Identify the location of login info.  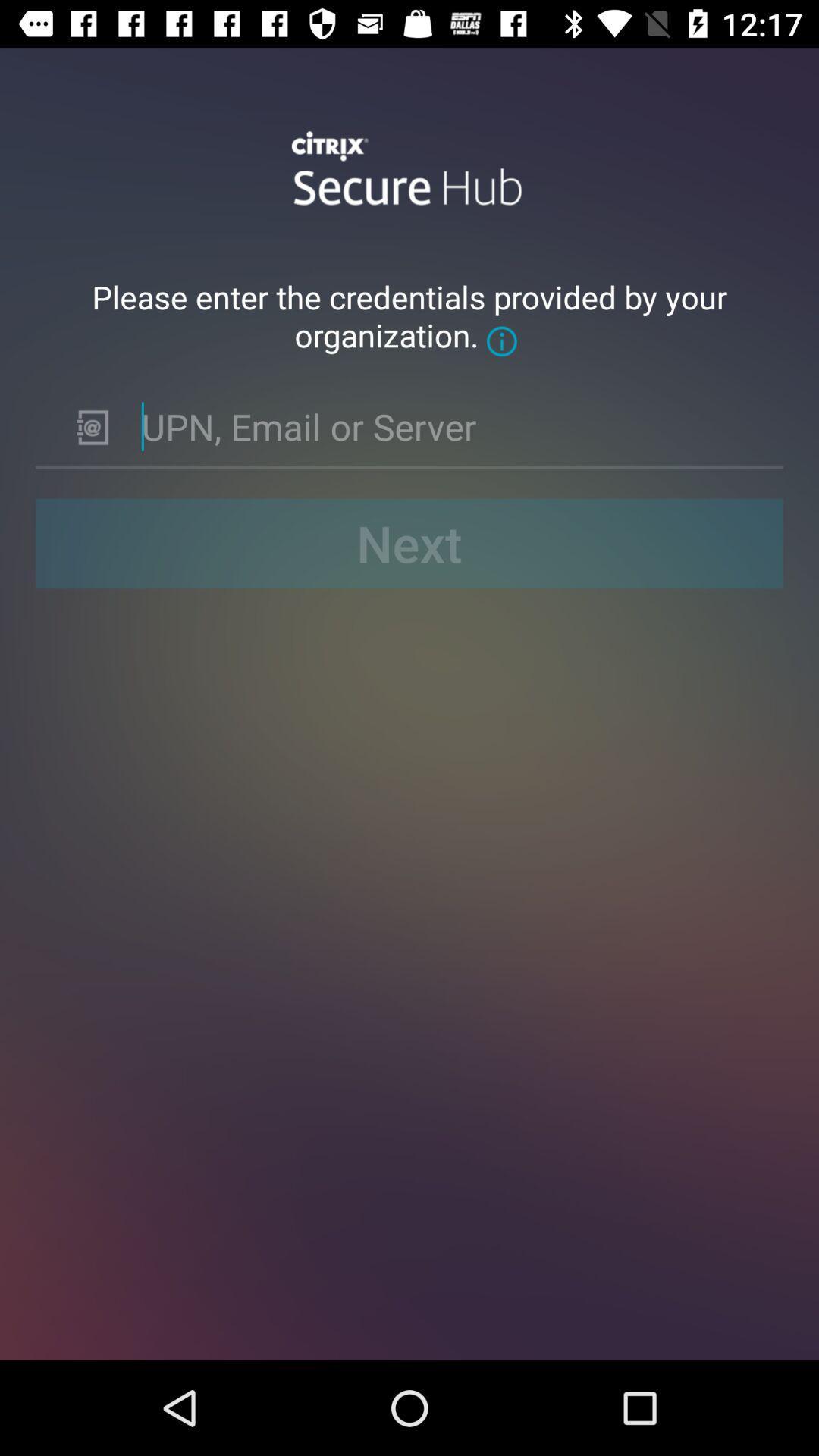
(450, 425).